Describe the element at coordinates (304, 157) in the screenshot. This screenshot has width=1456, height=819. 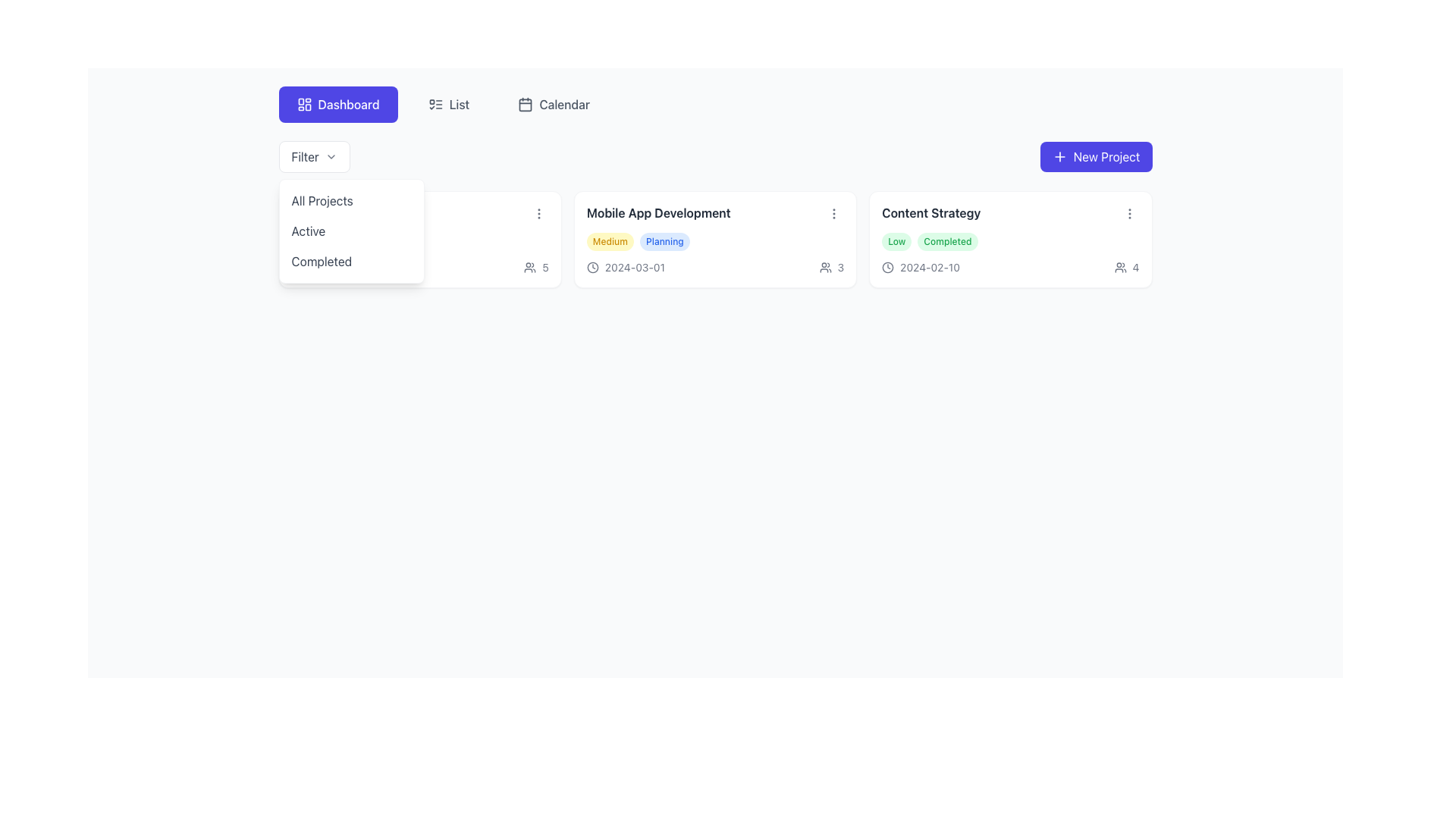
I see `'Filter' text label, which is part of a button-like structure in the upper-left portion of the layout` at that location.